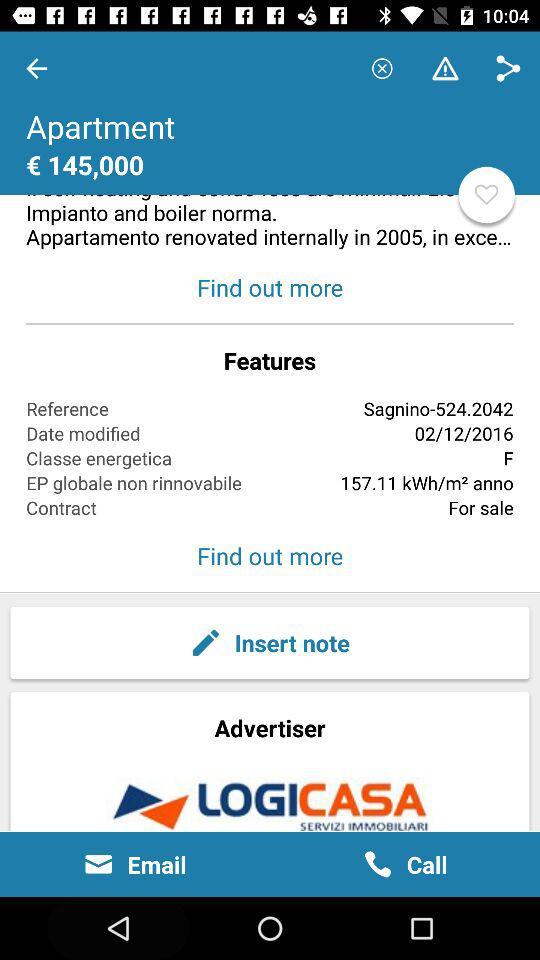  What do you see at coordinates (270, 140) in the screenshot?
I see `como sagnino three item` at bounding box center [270, 140].